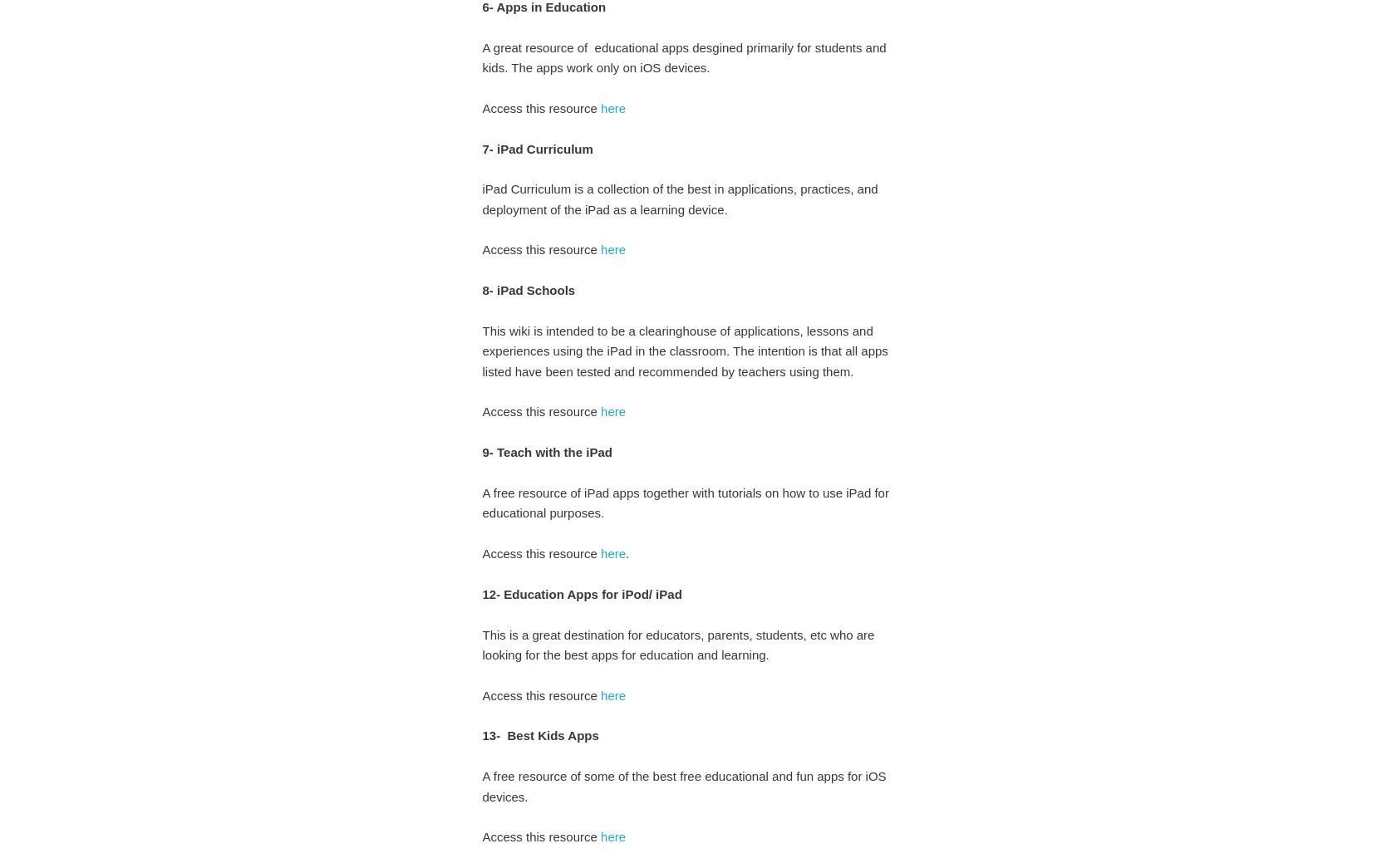 The width and height of the screenshot is (1377, 868). Describe the element at coordinates (684, 350) in the screenshot. I see `'This wiki is intended to be a clearinghouse of applications, lessons and experiences using the iPad in the classroom. The intention is that all apps listed have been tested and recommended by teachers using them.'` at that location.